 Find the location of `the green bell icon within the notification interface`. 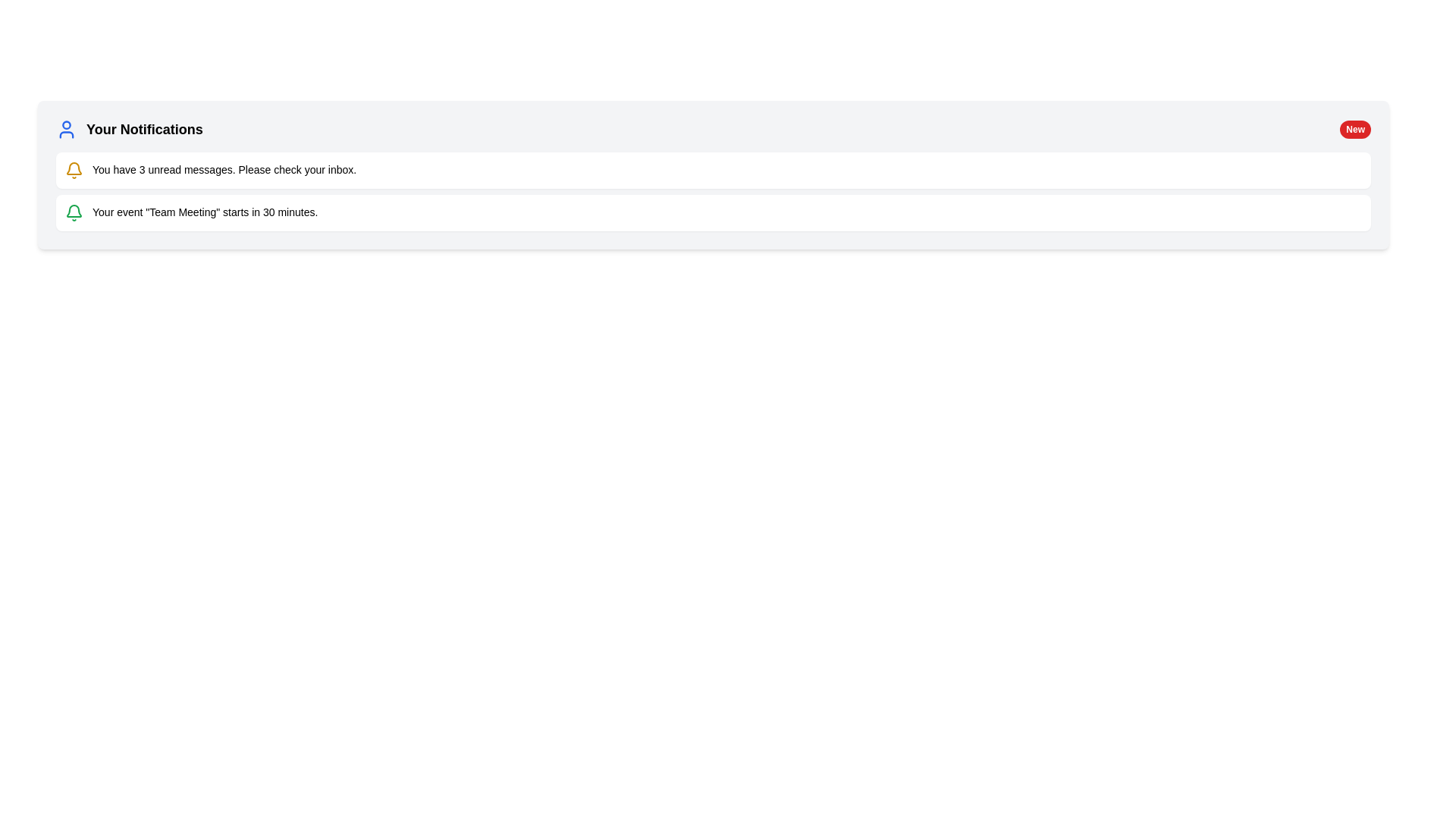

the green bell icon within the notification interface is located at coordinates (73, 210).